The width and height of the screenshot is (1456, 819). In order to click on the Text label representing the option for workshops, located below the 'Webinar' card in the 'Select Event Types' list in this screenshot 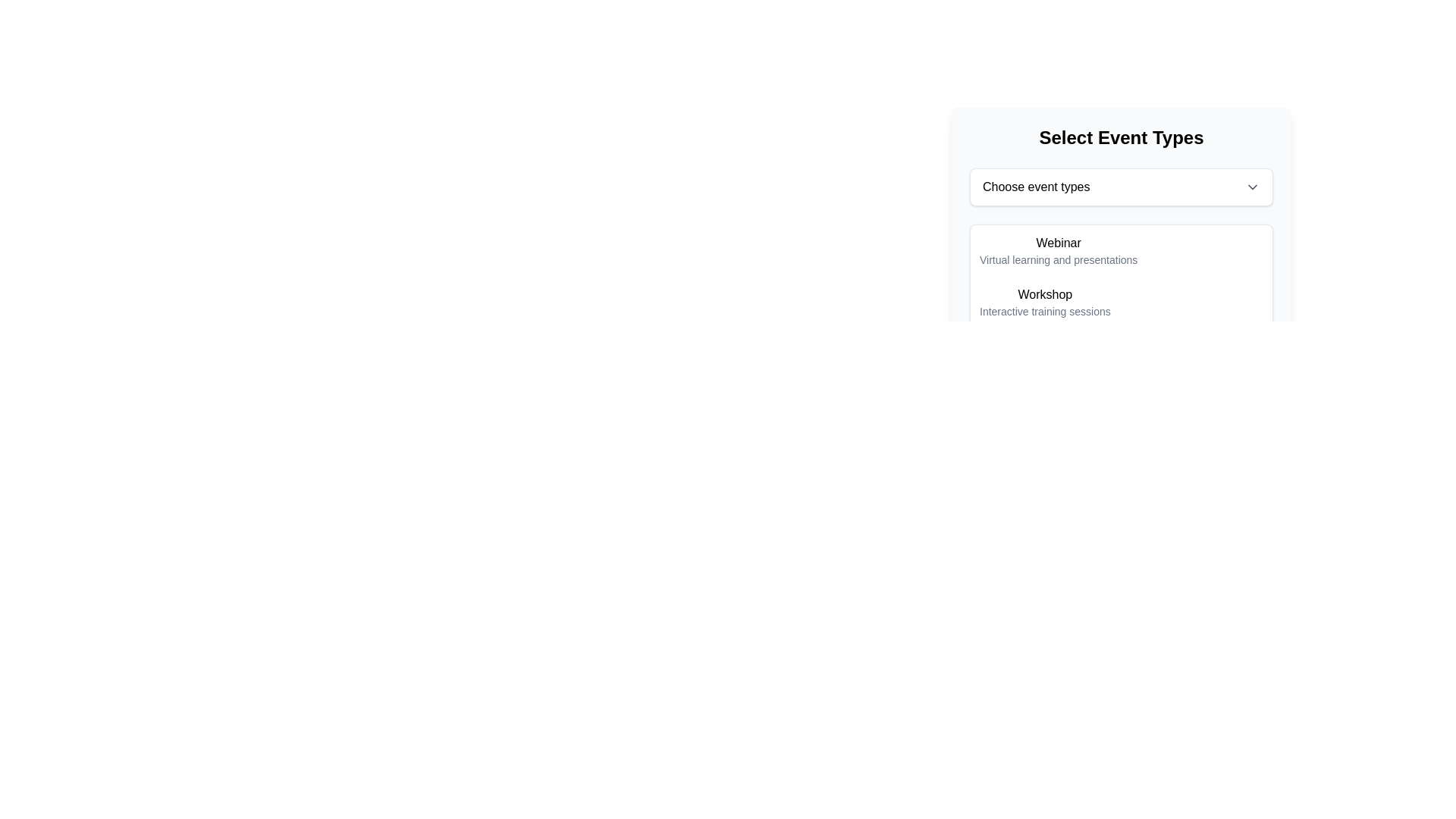, I will do `click(1044, 302)`.